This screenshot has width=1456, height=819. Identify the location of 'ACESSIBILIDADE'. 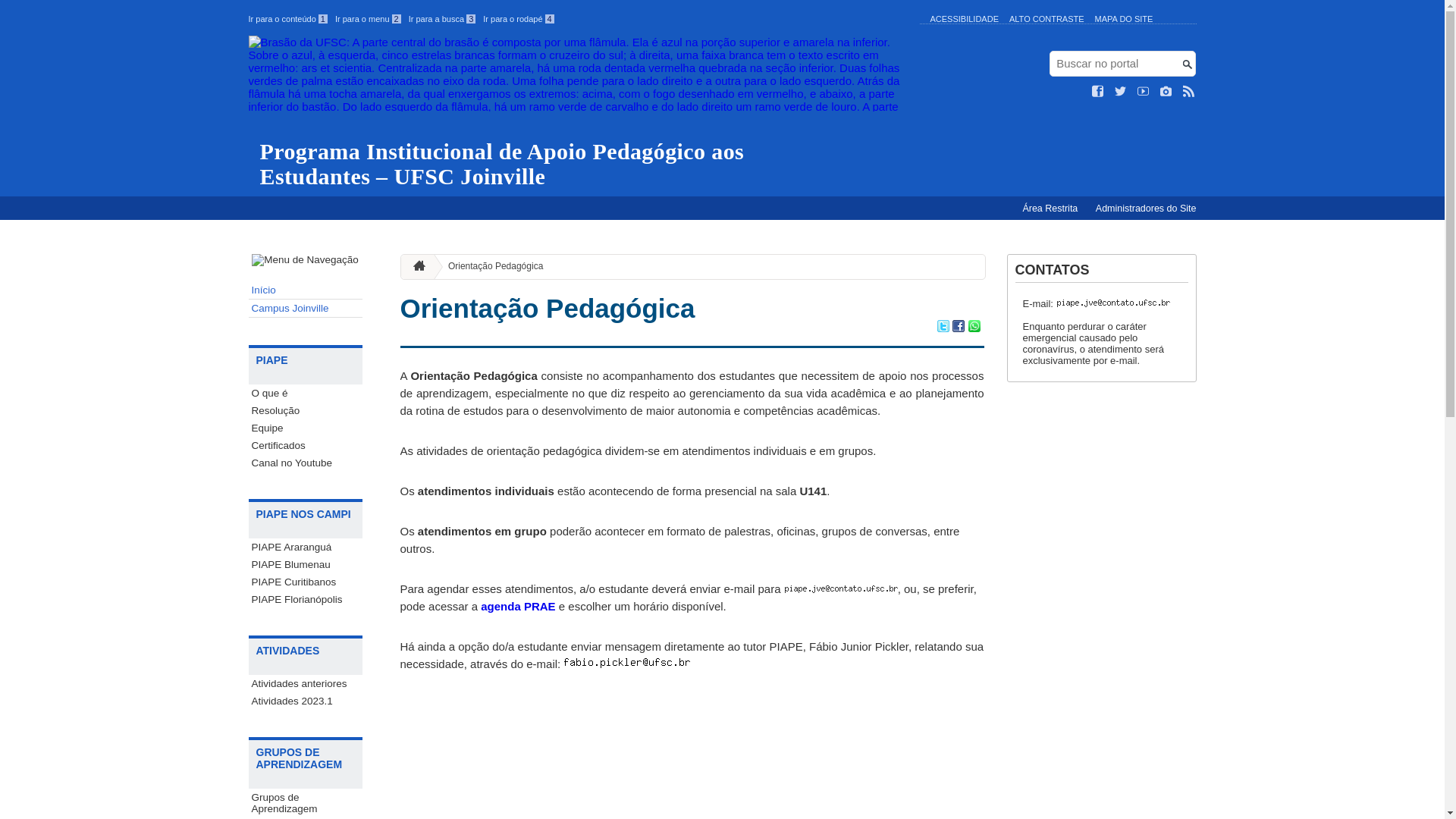
(963, 18).